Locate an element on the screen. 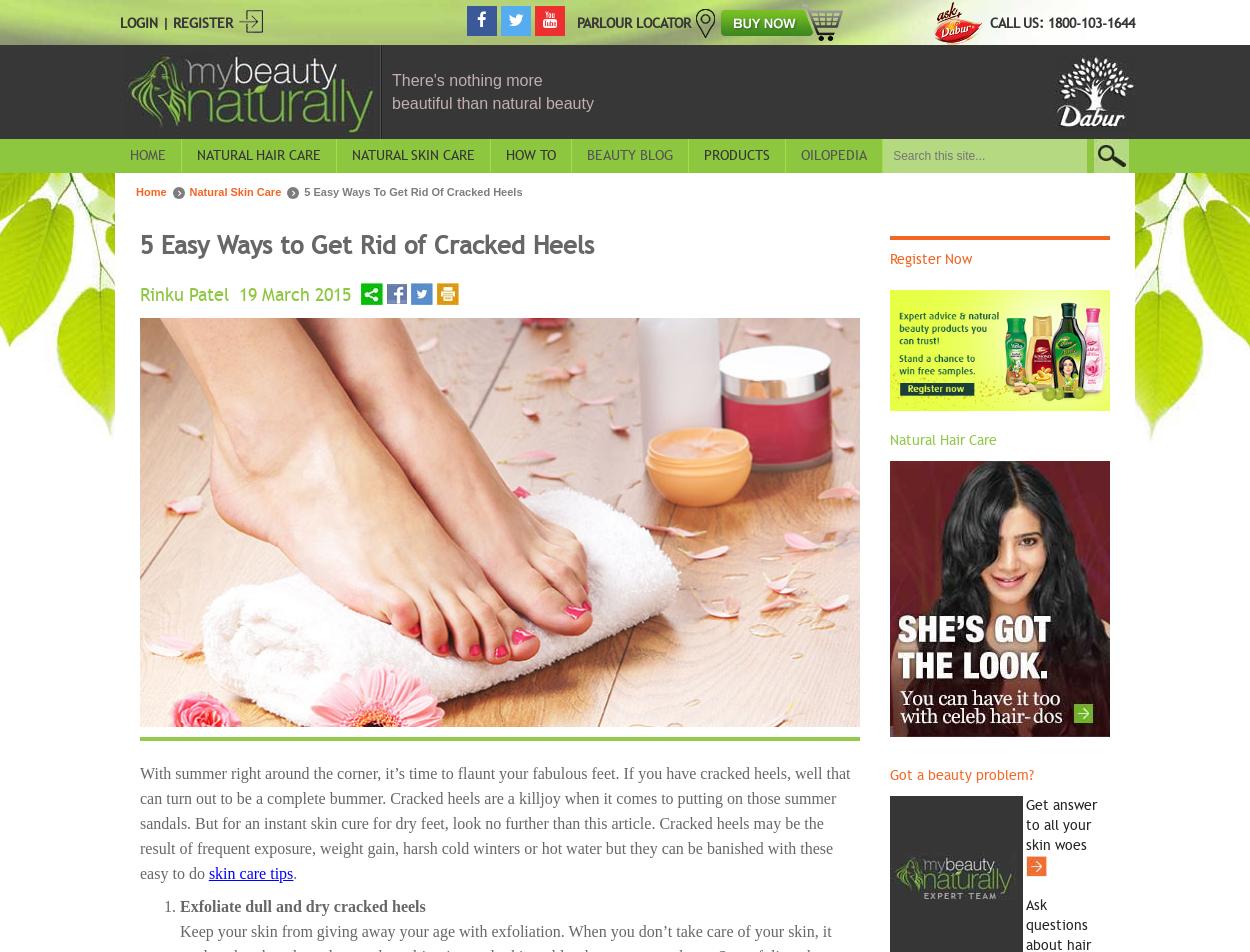 Image resolution: width=1250 pixels, height=952 pixels. 'Home' is located at coordinates (148, 155).